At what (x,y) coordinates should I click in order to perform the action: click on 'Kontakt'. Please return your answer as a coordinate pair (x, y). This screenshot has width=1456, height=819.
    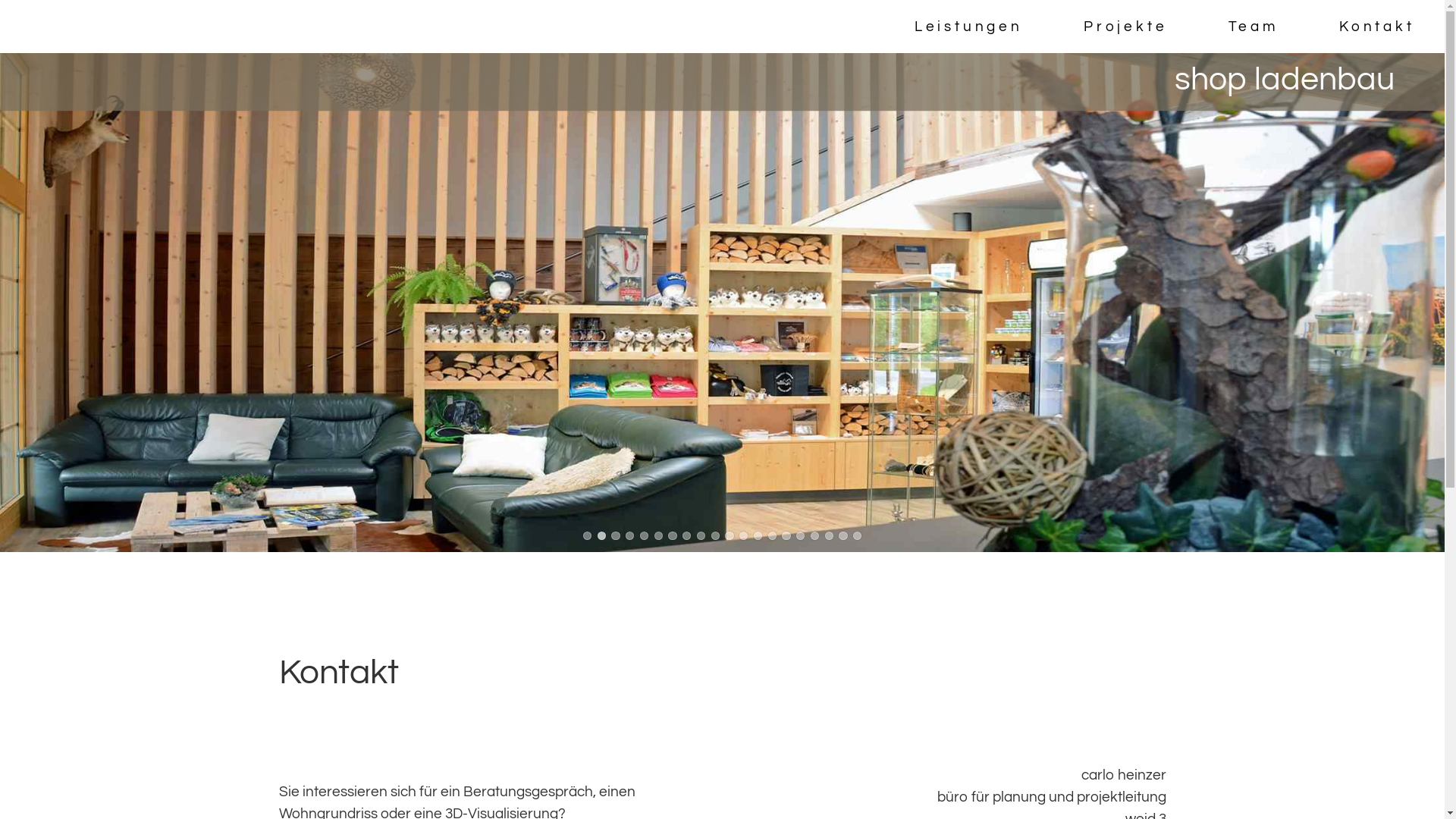
    Looking at the image, I should click on (1376, 26).